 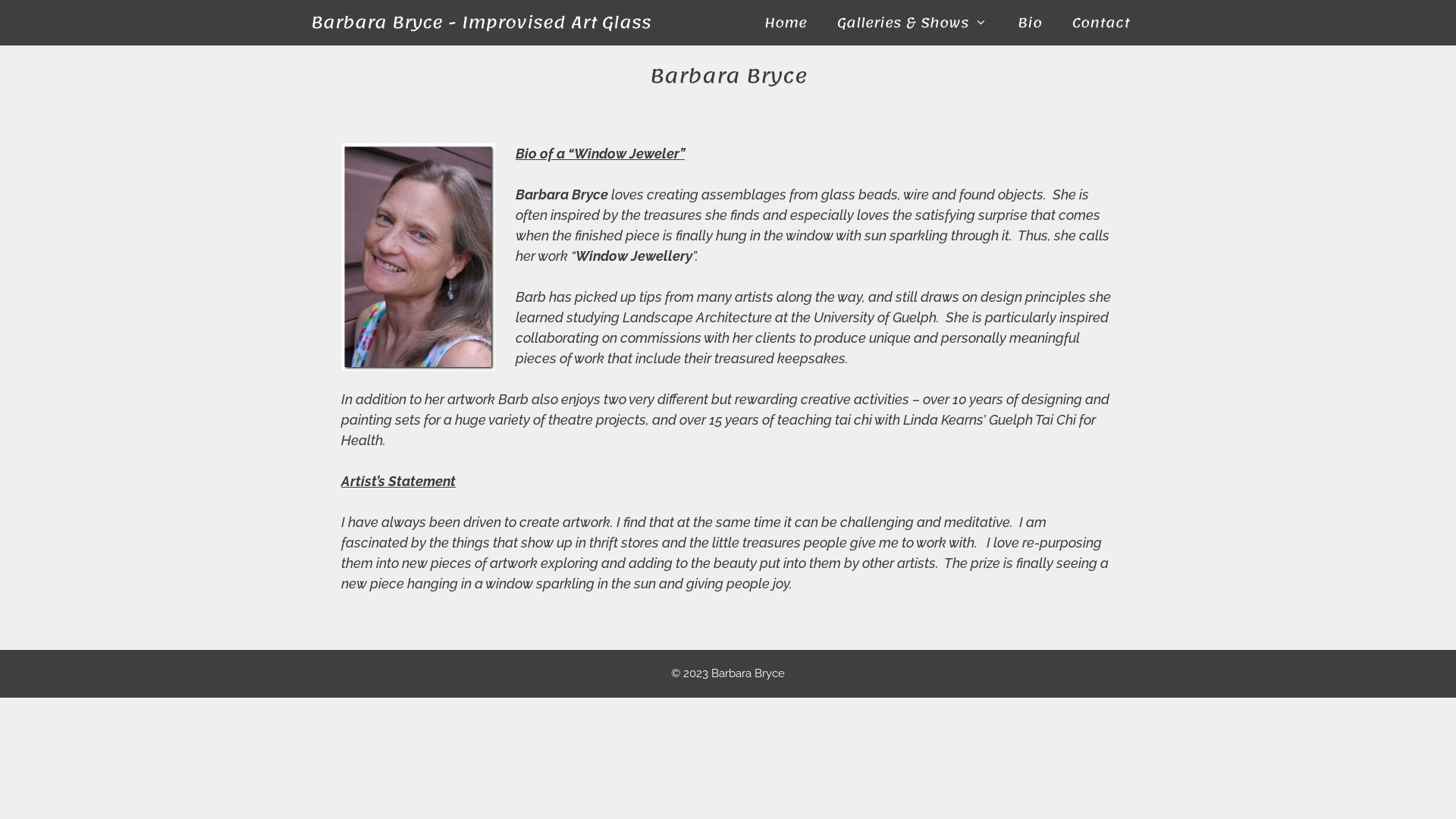 I want to click on 'Barbara Bryce - Improvised Art Glass', so click(x=480, y=23).